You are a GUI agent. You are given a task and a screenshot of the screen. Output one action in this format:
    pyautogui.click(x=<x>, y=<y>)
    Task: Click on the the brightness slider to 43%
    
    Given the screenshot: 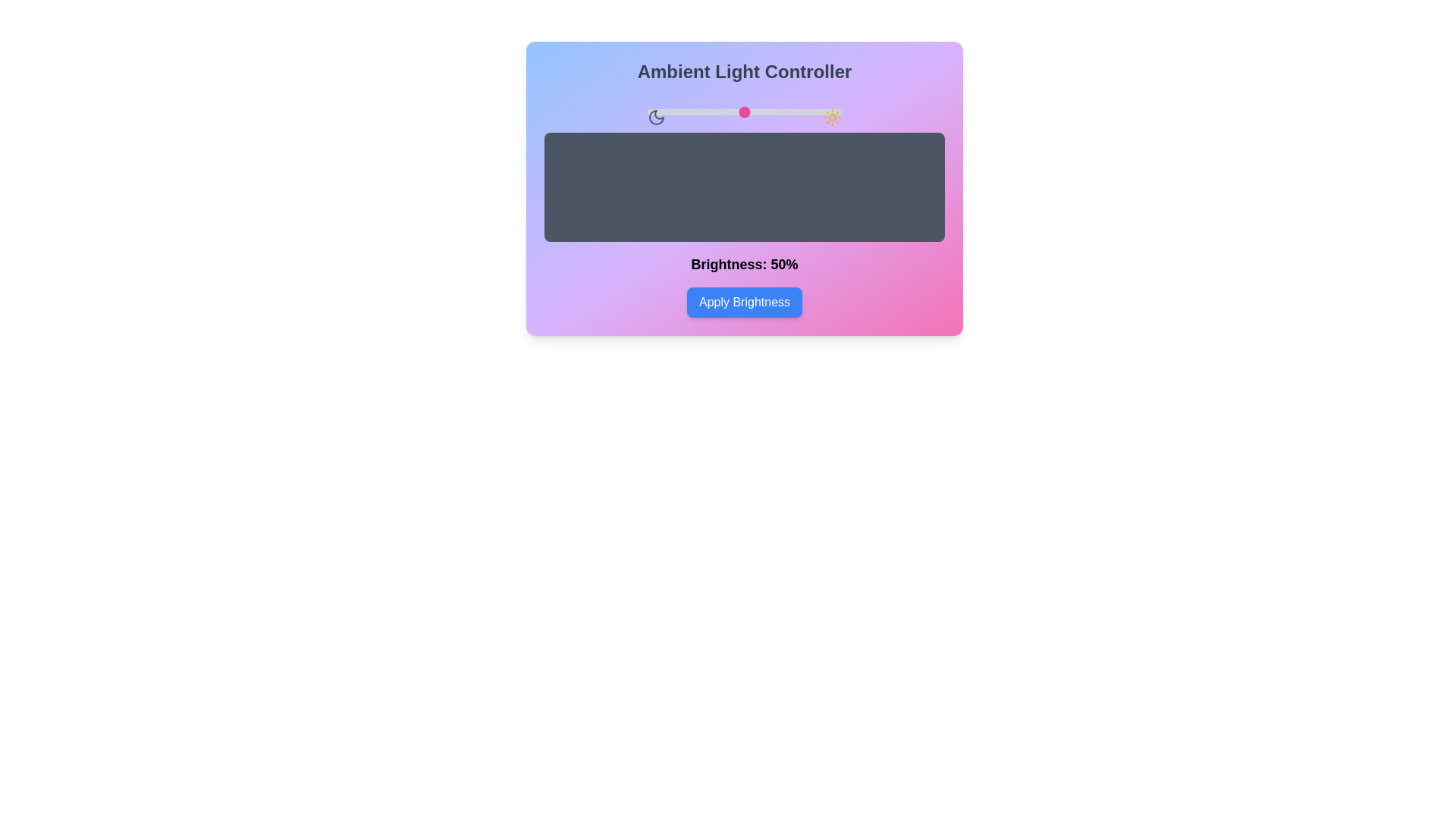 What is the action you would take?
    pyautogui.click(x=731, y=111)
    